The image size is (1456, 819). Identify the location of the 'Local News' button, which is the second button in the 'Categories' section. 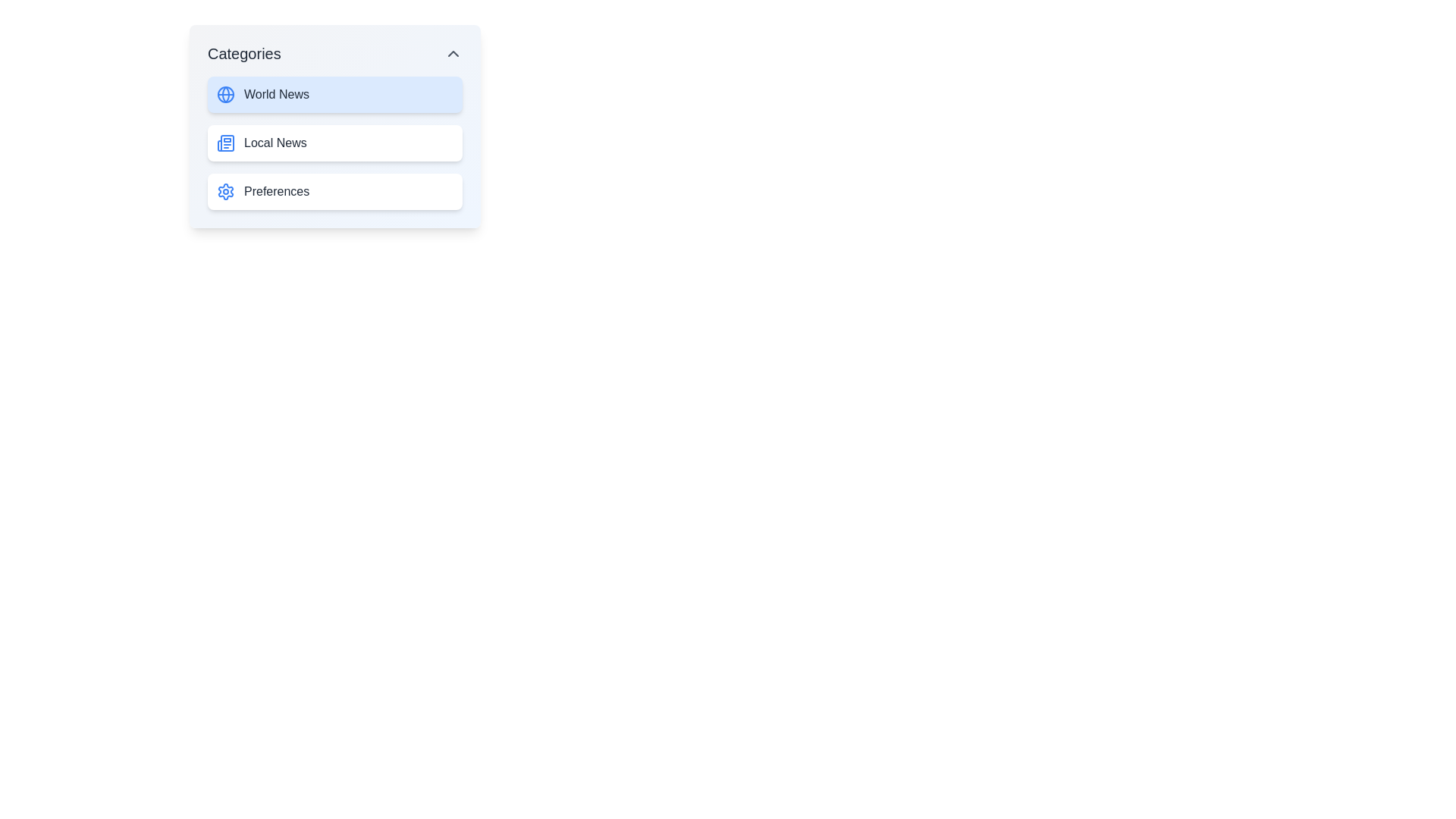
(334, 143).